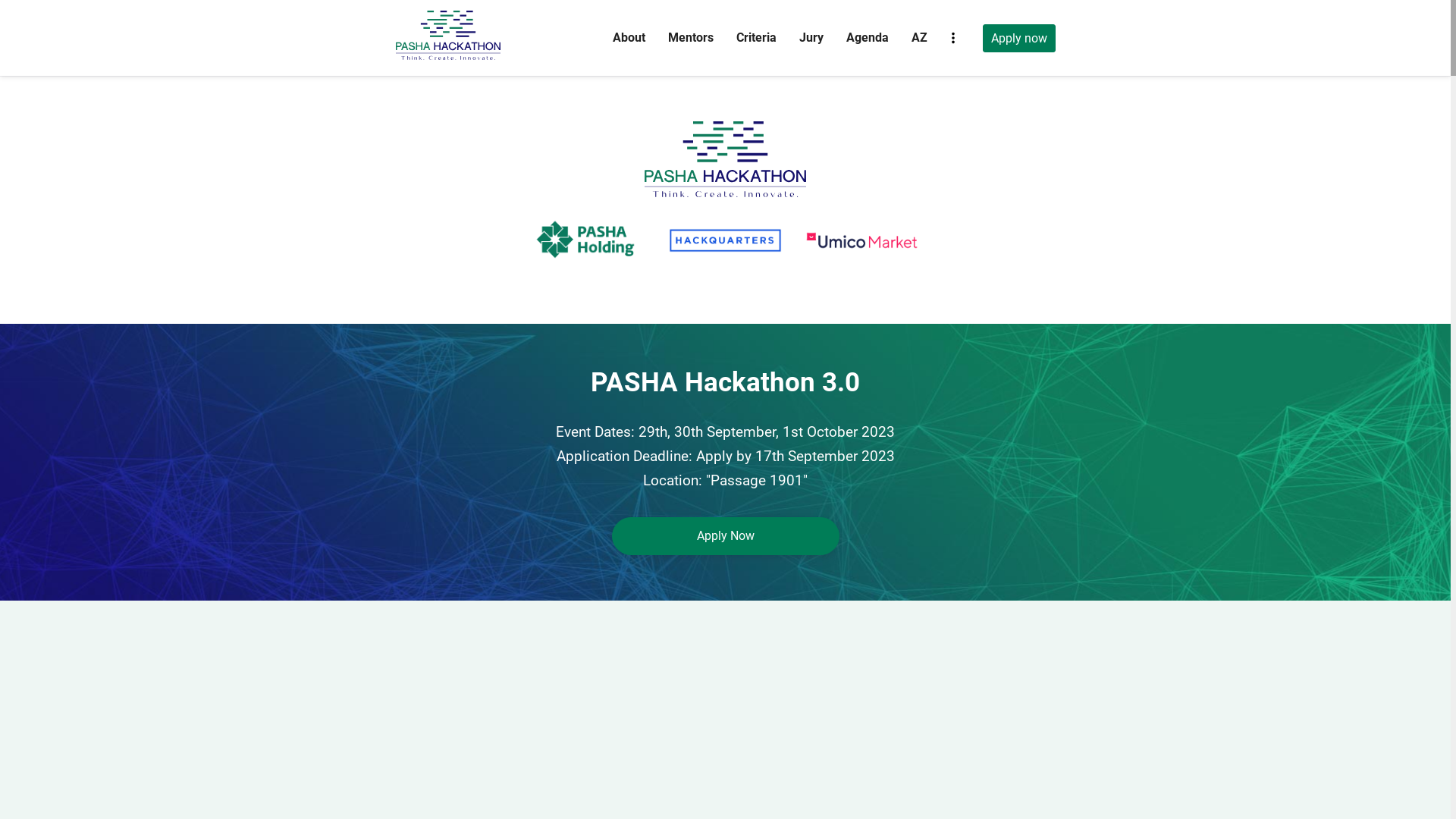  What do you see at coordinates (755, 36) in the screenshot?
I see `'Criteria'` at bounding box center [755, 36].